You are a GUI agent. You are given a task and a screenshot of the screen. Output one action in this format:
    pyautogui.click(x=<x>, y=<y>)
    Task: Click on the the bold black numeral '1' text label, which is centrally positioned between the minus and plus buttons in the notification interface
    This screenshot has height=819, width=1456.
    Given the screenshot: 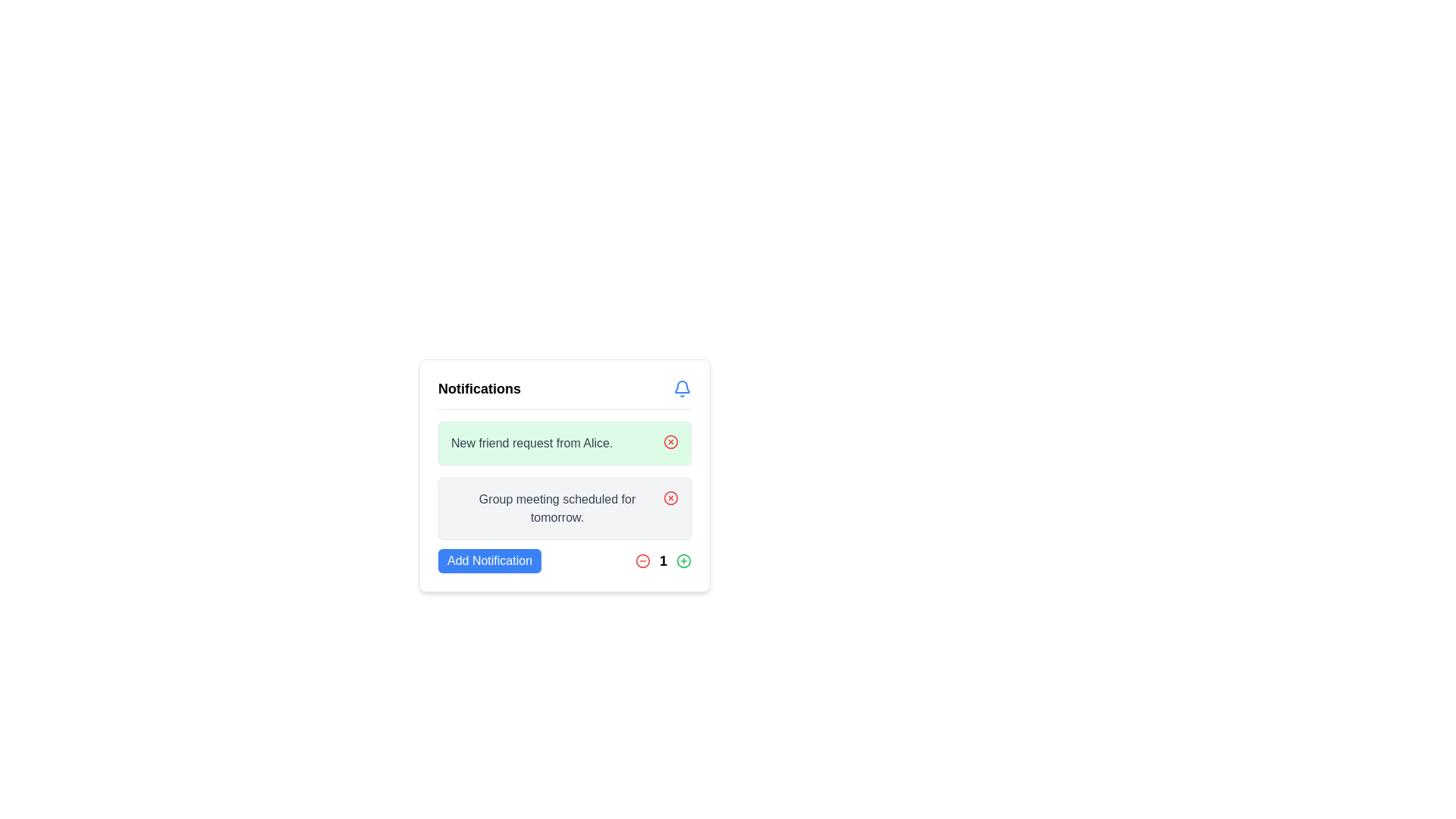 What is the action you would take?
    pyautogui.click(x=663, y=561)
    